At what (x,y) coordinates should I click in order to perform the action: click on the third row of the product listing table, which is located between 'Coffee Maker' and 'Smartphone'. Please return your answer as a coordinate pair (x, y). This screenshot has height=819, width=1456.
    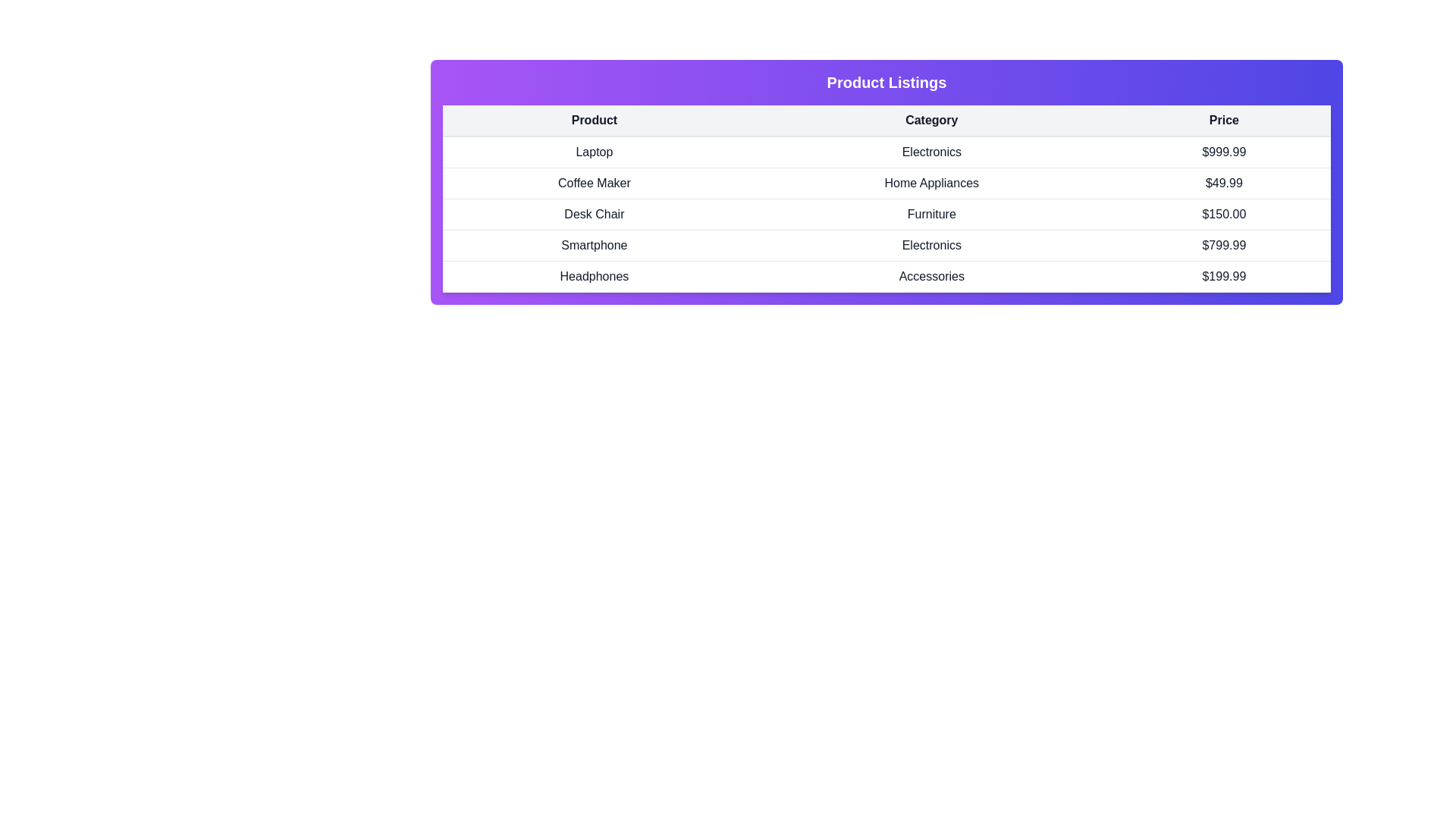
    Looking at the image, I should click on (886, 214).